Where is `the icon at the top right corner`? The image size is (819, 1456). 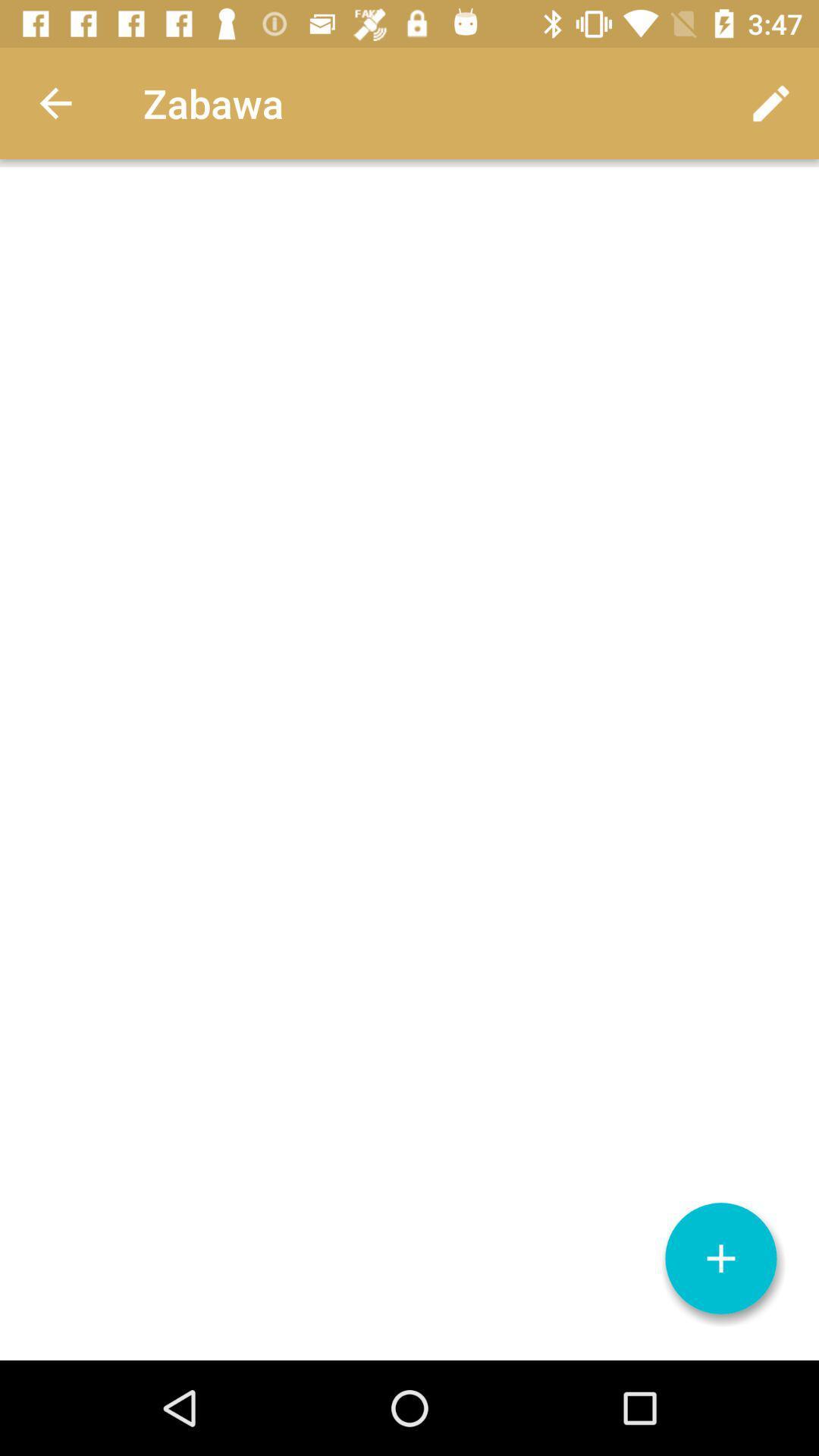
the icon at the top right corner is located at coordinates (771, 102).